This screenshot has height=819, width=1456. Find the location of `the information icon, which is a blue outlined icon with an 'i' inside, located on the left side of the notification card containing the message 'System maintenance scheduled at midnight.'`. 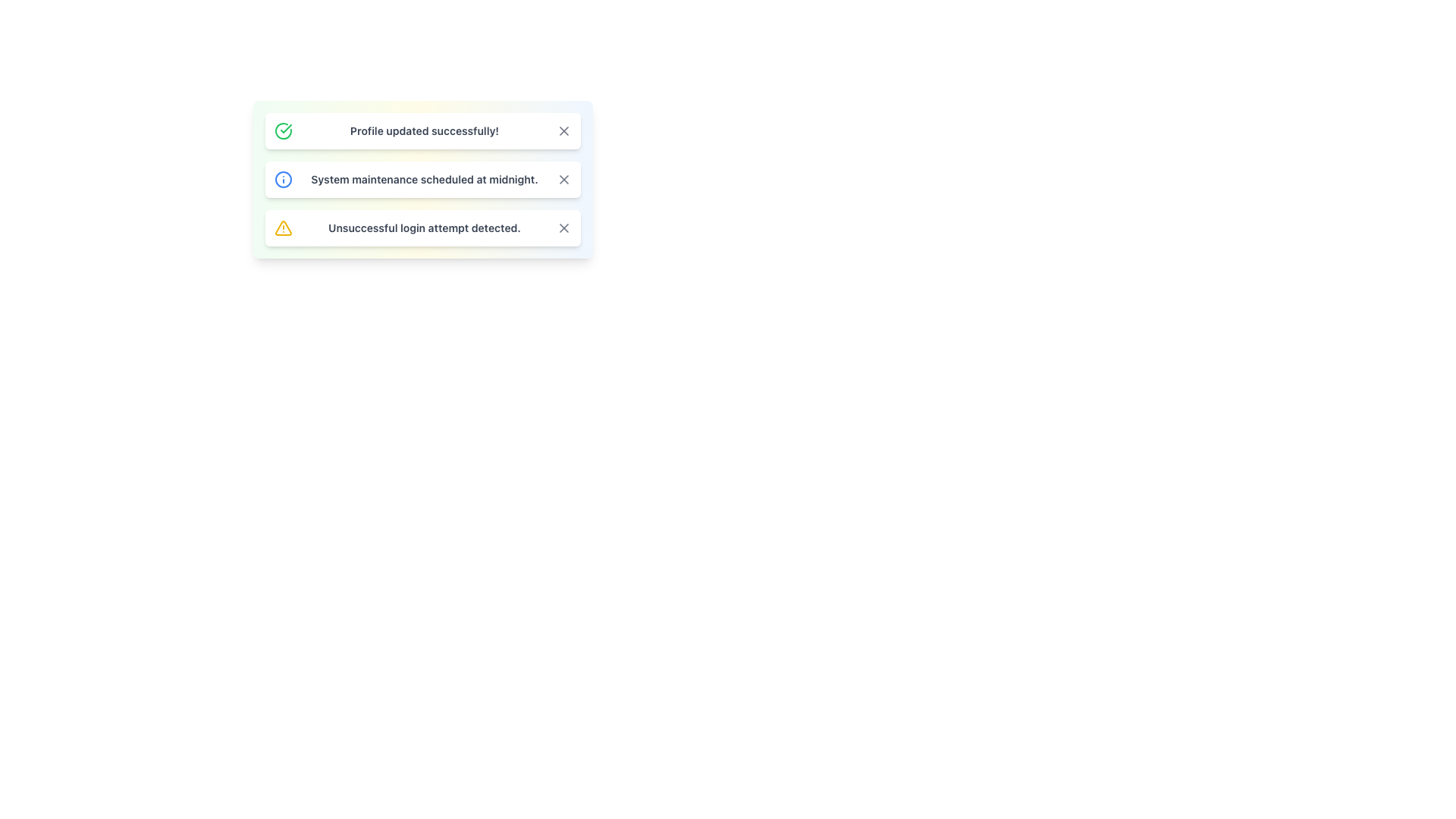

the information icon, which is a blue outlined icon with an 'i' inside, located on the left side of the notification card containing the message 'System maintenance scheduled at midnight.' is located at coordinates (284, 178).